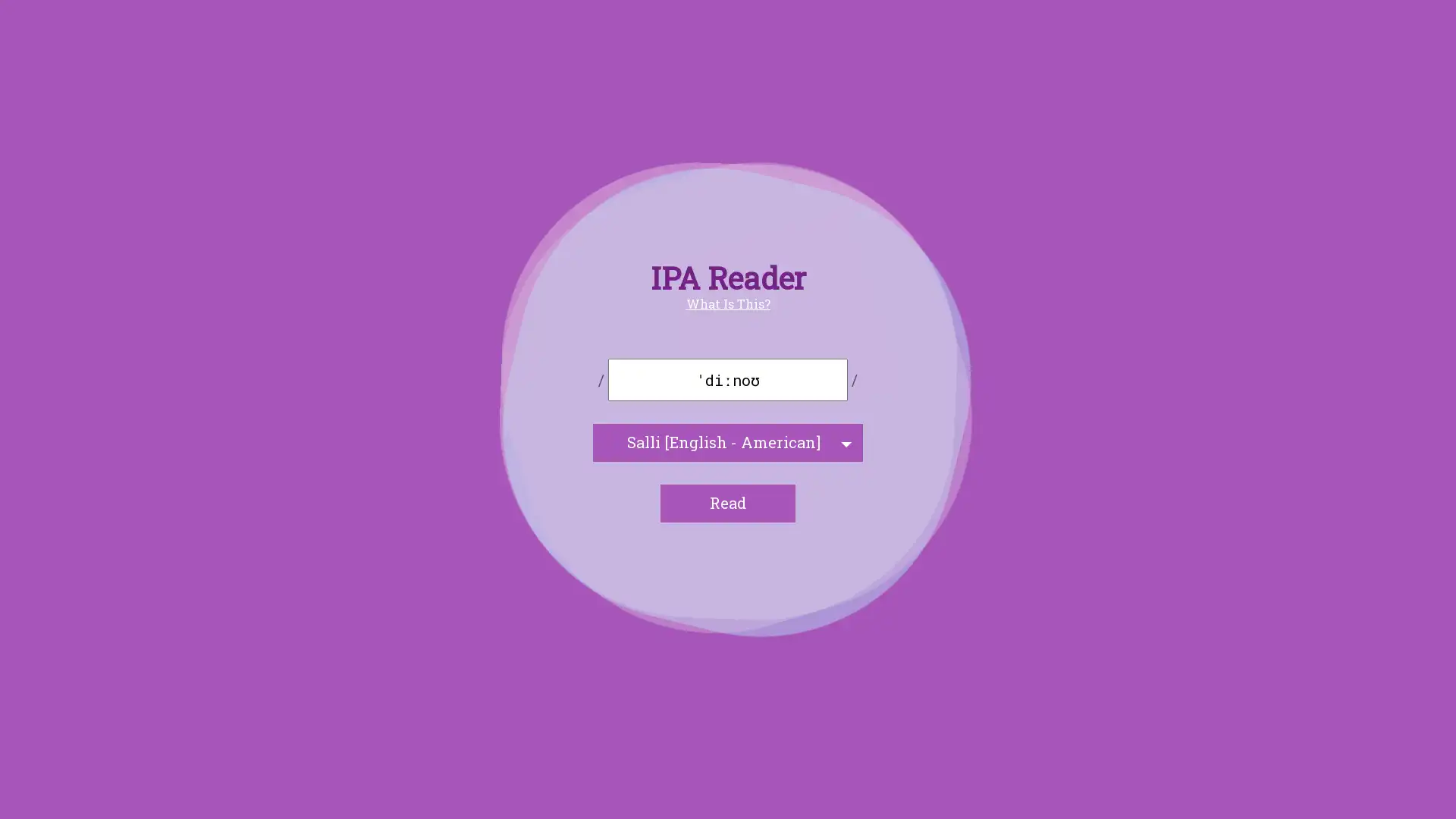 Image resolution: width=1456 pixels, height=819 pixels. Describe the element at coordinates (728, 503) in the screenshot. I see `Read` at that location.